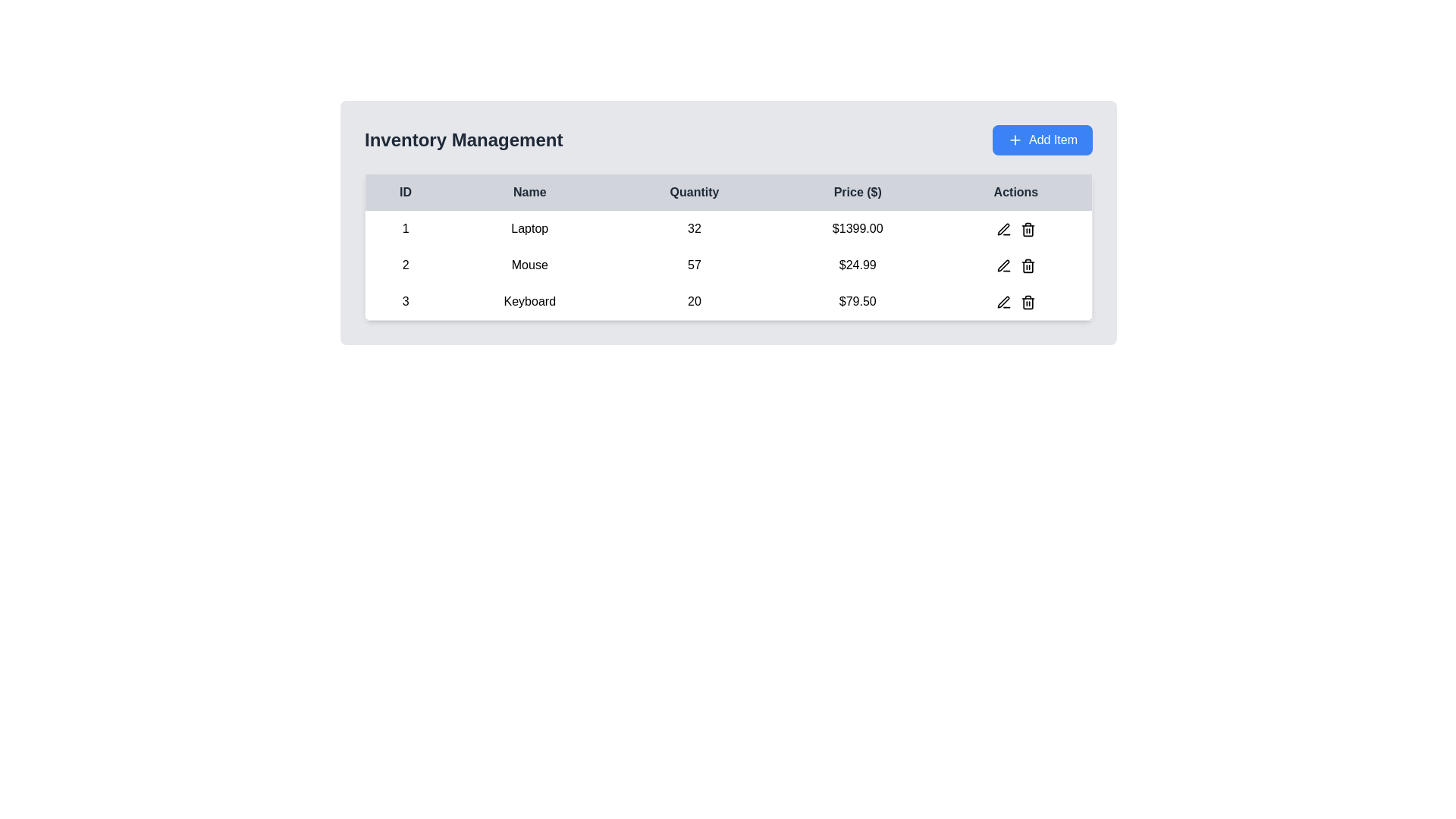  I want to click on the 'Actions' header text component in the tabular interface, which is the last column in the header row, displaying the text 'Actions' with a bold and centered font style, so click(1016, 191).